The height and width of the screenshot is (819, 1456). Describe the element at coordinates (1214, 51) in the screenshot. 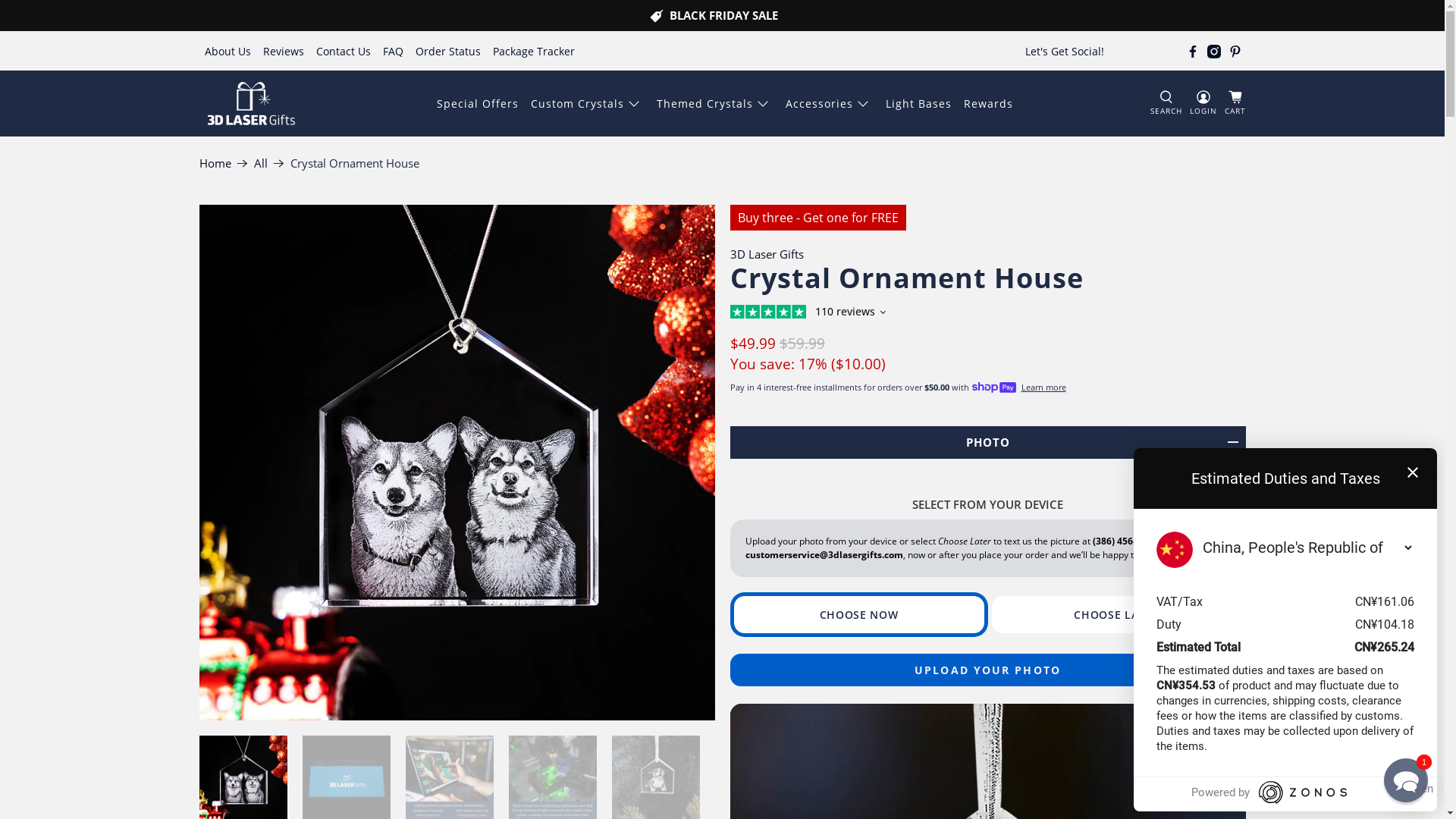

I see `'3D Laser Gifts on Instagram'` at that location.